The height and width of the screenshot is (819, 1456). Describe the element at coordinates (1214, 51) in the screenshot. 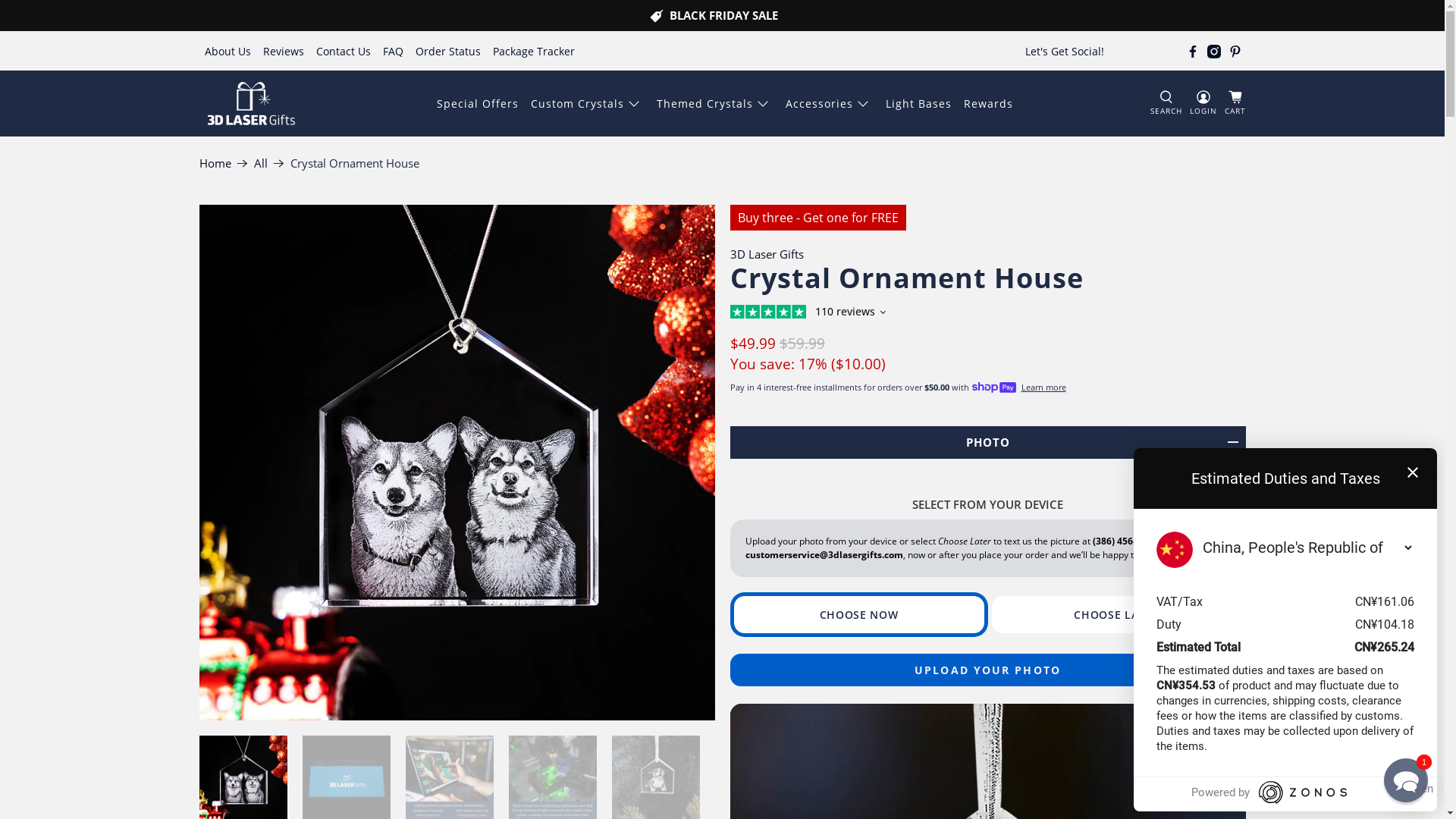

I see `'3D Laser Gifts on Instagram'` at that location.